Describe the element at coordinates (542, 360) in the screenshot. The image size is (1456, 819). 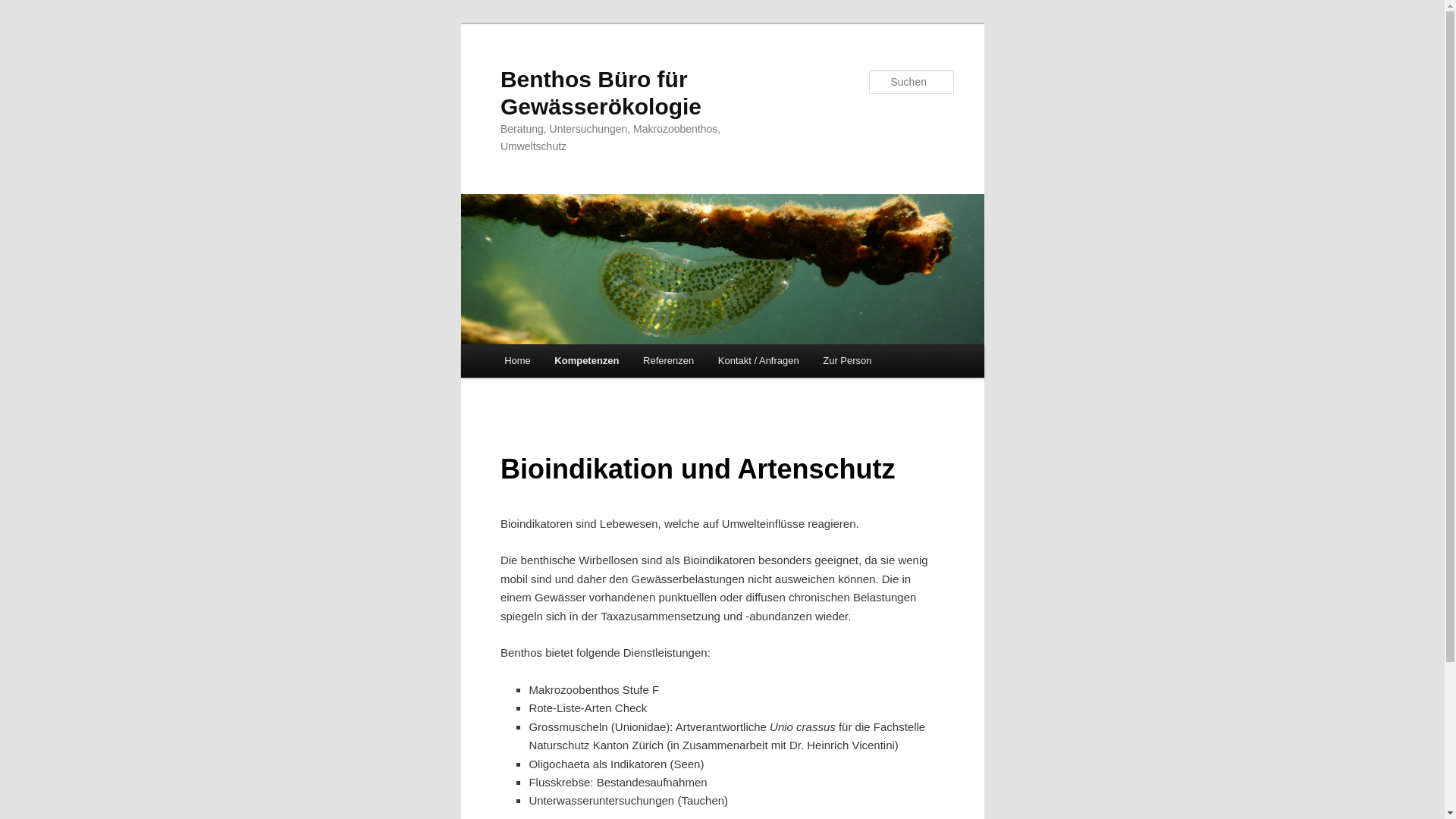
I see `'Kompetenzen'` at that location.